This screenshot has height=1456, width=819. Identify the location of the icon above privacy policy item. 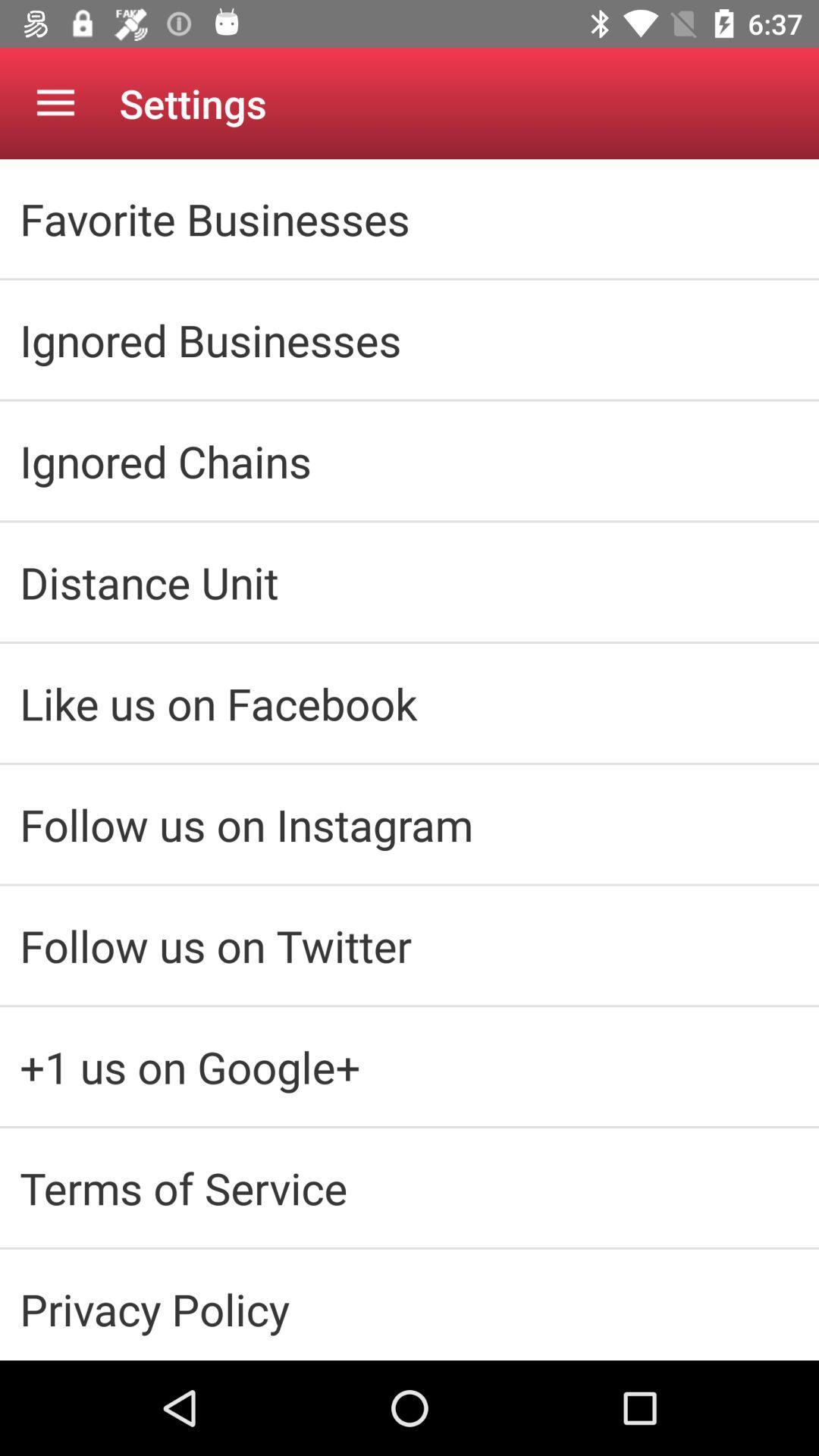
(409, 1187).